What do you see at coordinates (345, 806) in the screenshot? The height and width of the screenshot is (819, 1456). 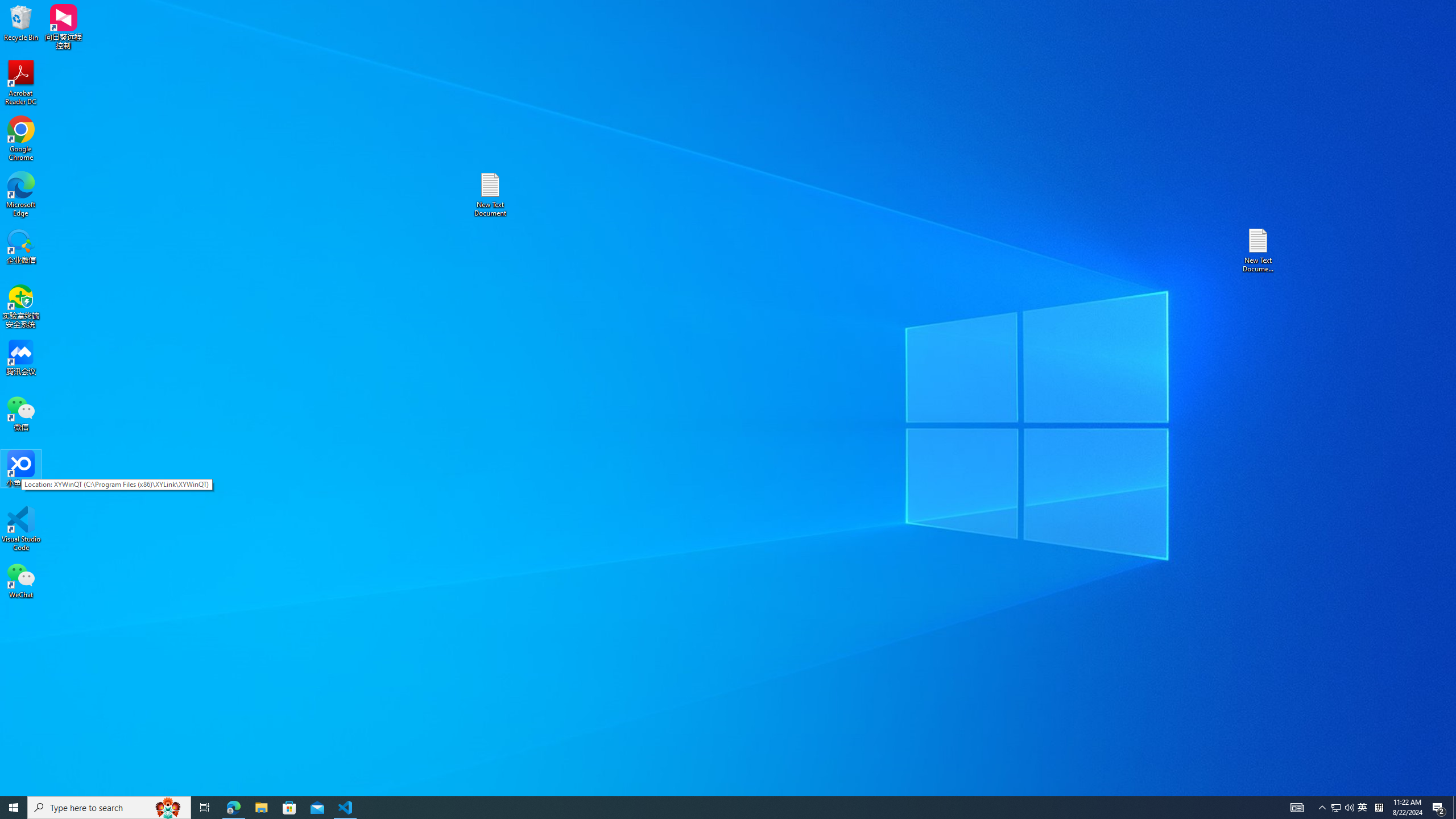 I see `'Visual Studio Code - 1 running window'` at bounding box center [345, 806].